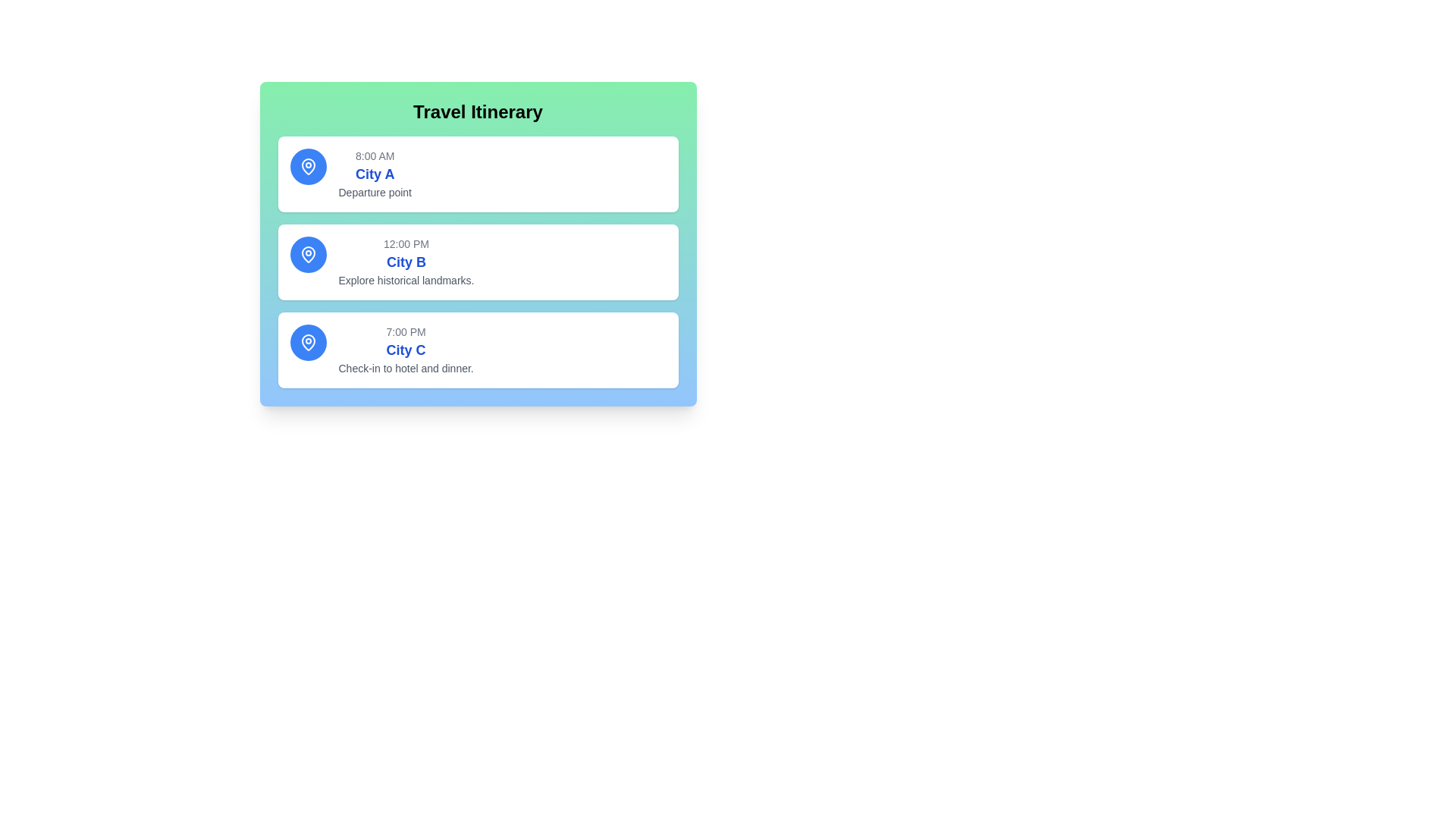 This screenshot has height=819, width=1456. I want to click on the Text label indicating the departure time for 'City A', located at the top of the itinerary card, so click(375, 155).